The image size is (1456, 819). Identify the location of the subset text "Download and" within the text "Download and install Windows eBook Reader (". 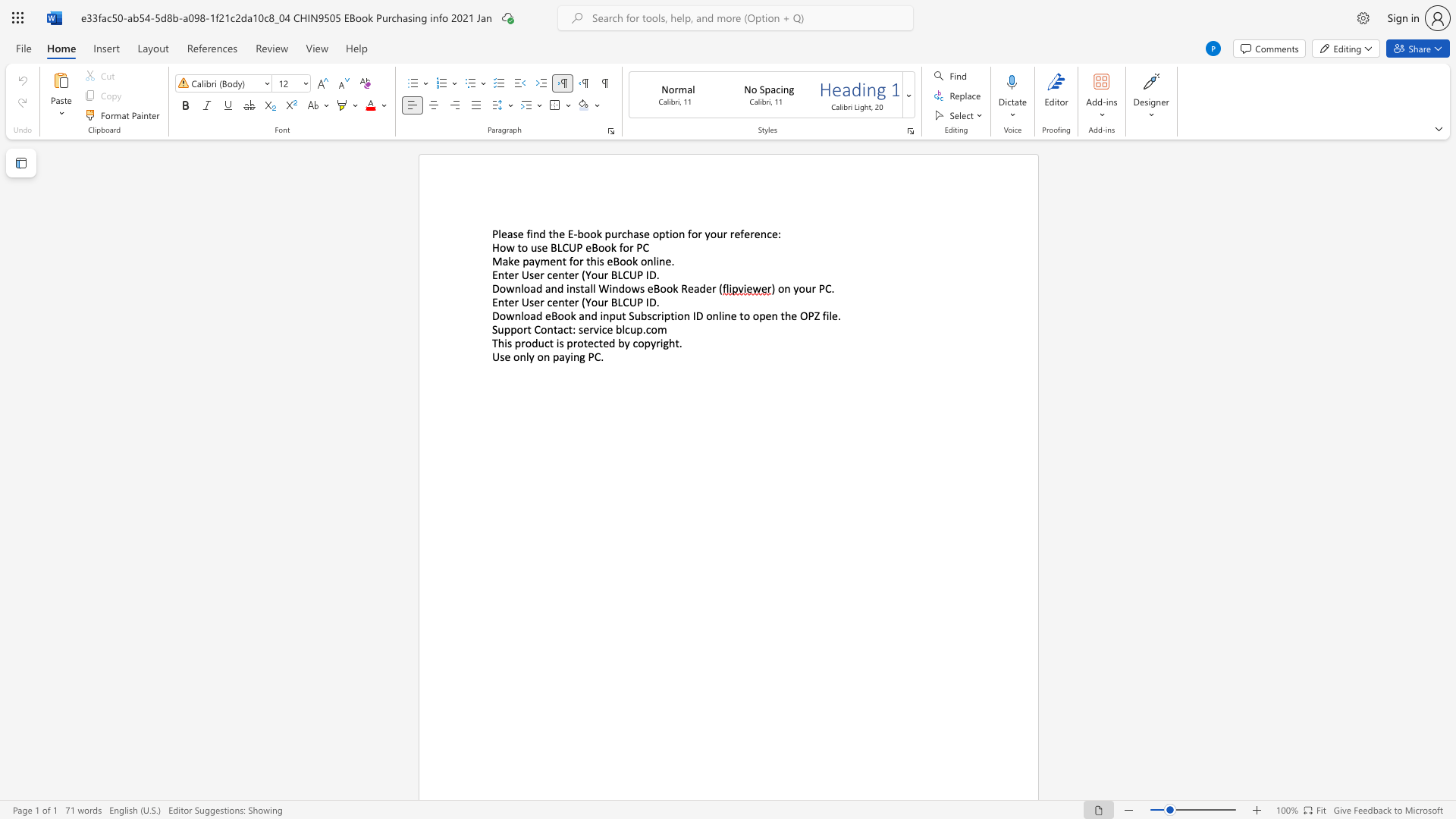
(491, 288).